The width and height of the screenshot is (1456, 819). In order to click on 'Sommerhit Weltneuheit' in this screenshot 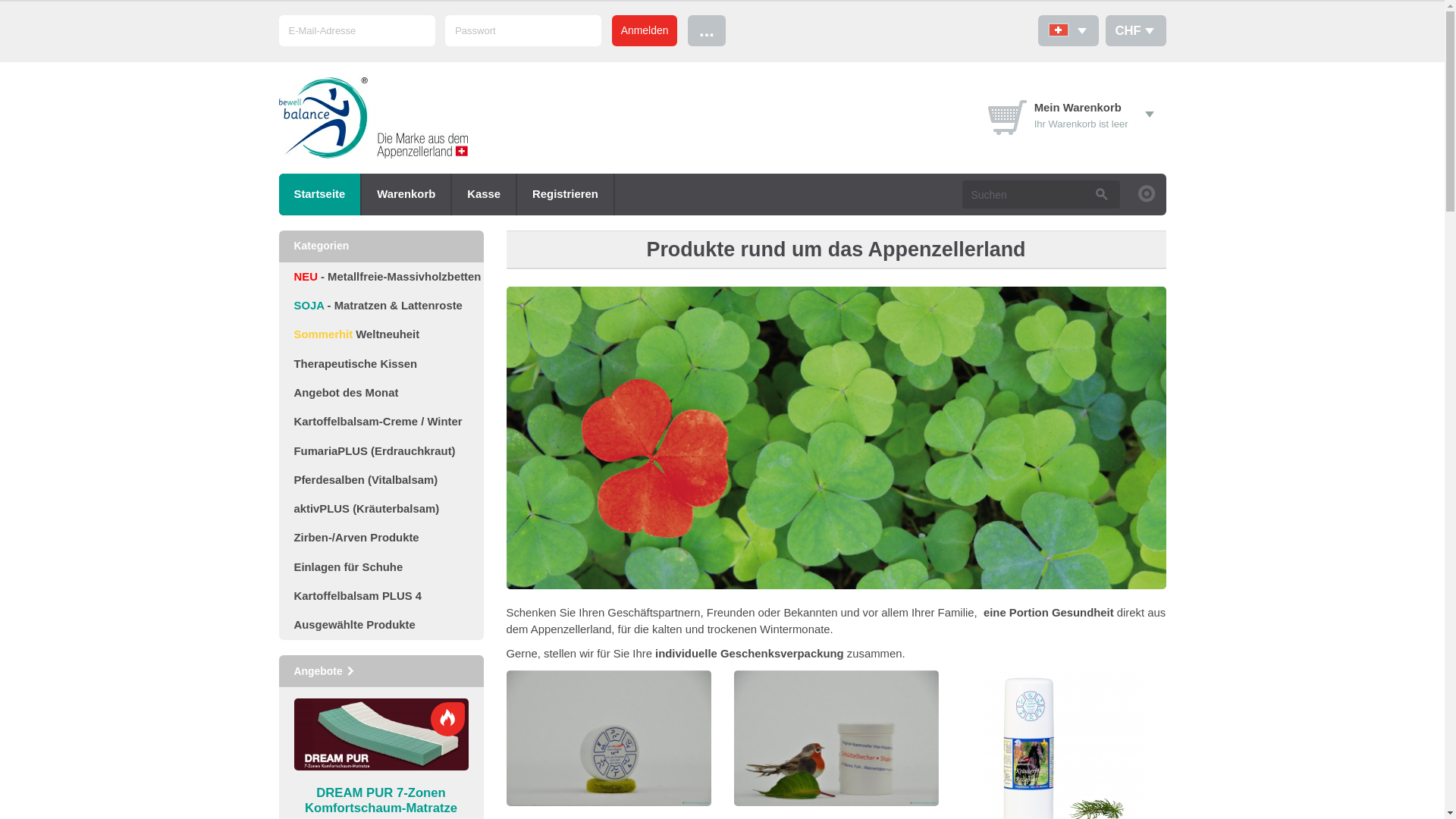, I will do `click(381, 333)`.